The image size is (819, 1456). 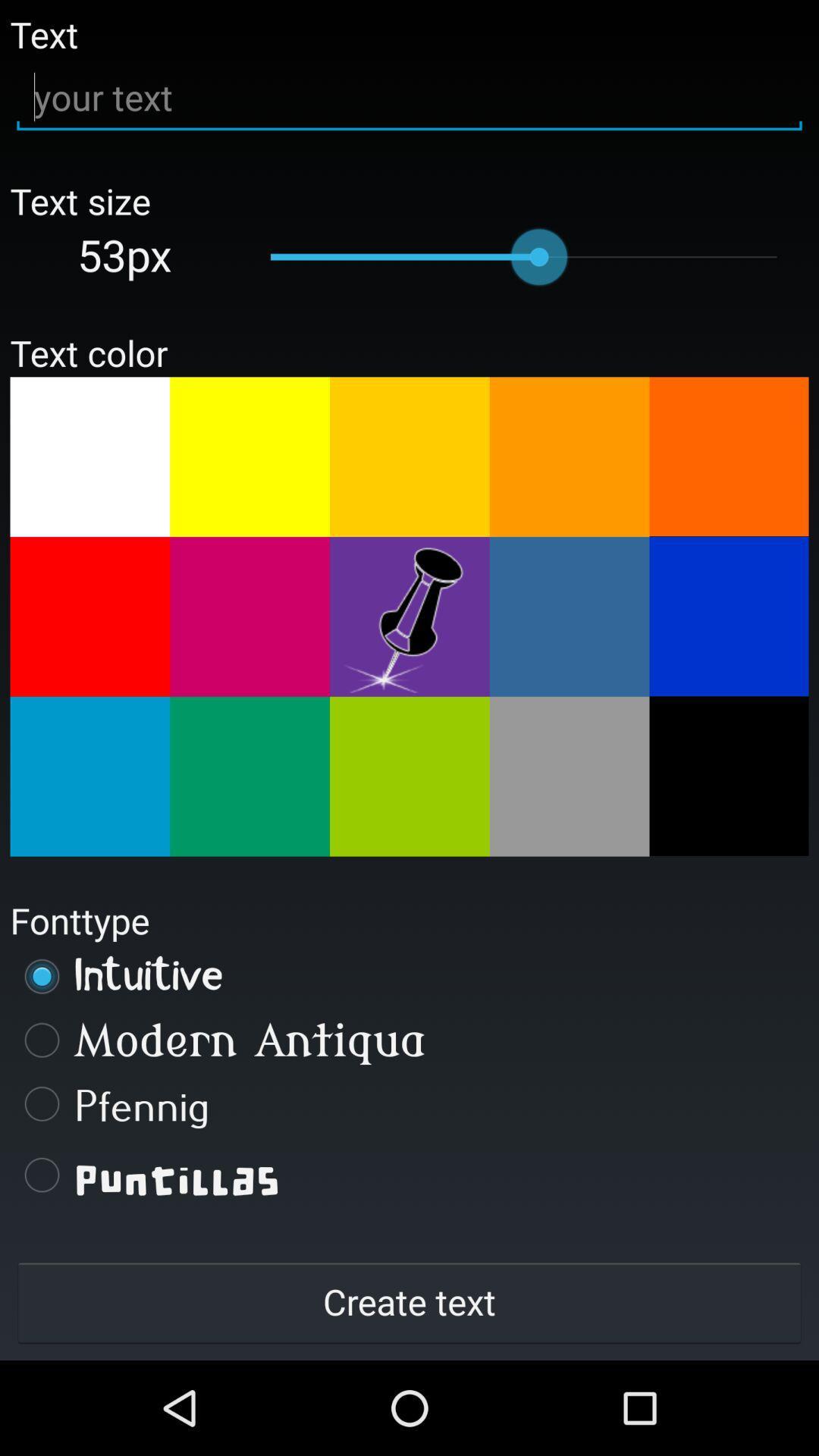 I want to click on text color select, so click(x=89, y=777).